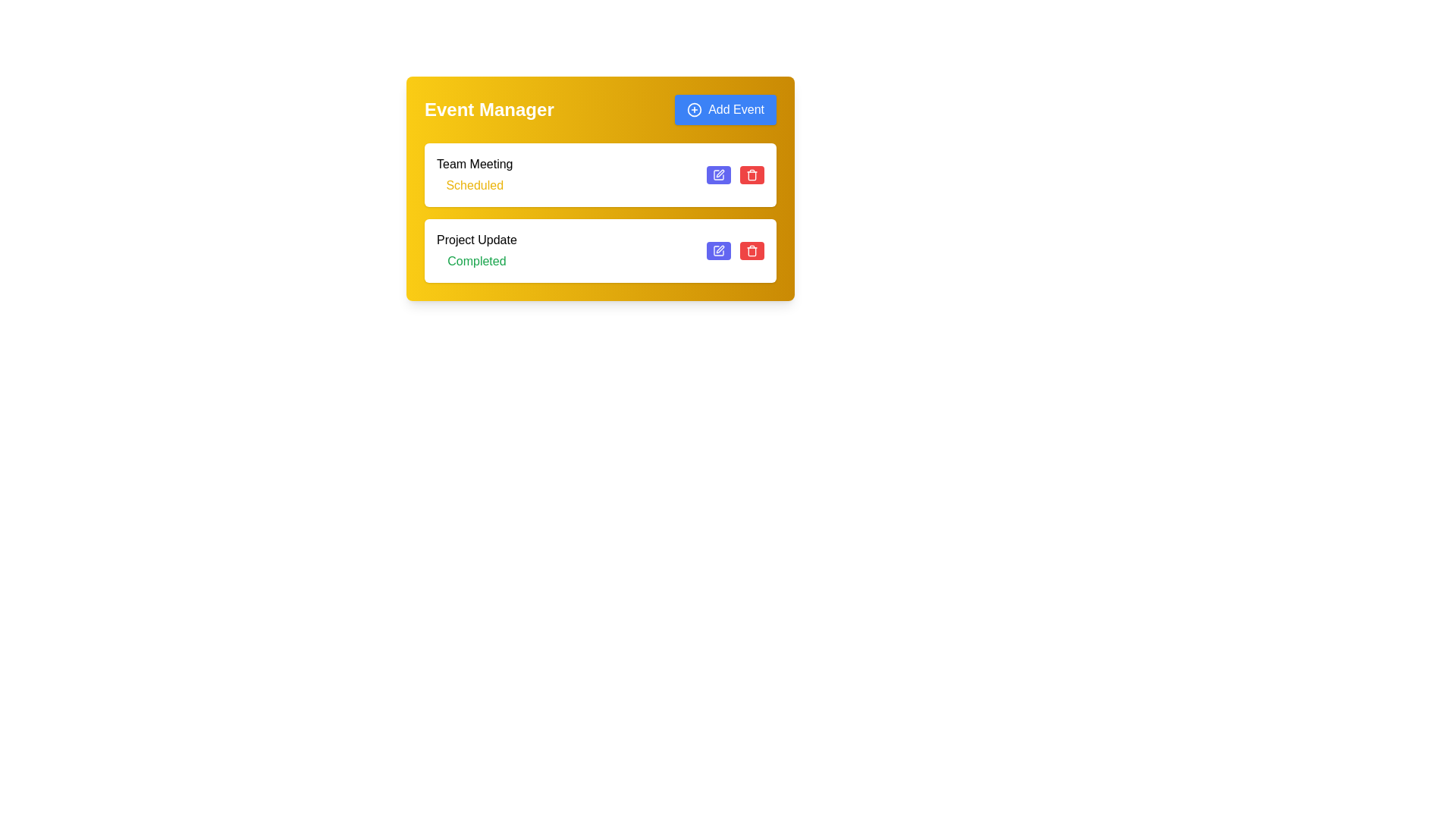 This screenshot has width=1456, height=819. I want to click on the 'Project Update' text display that shows 'Completed' in green, located in the Event Manager section below the 'Team Meeting' entry, so click(475, 250).